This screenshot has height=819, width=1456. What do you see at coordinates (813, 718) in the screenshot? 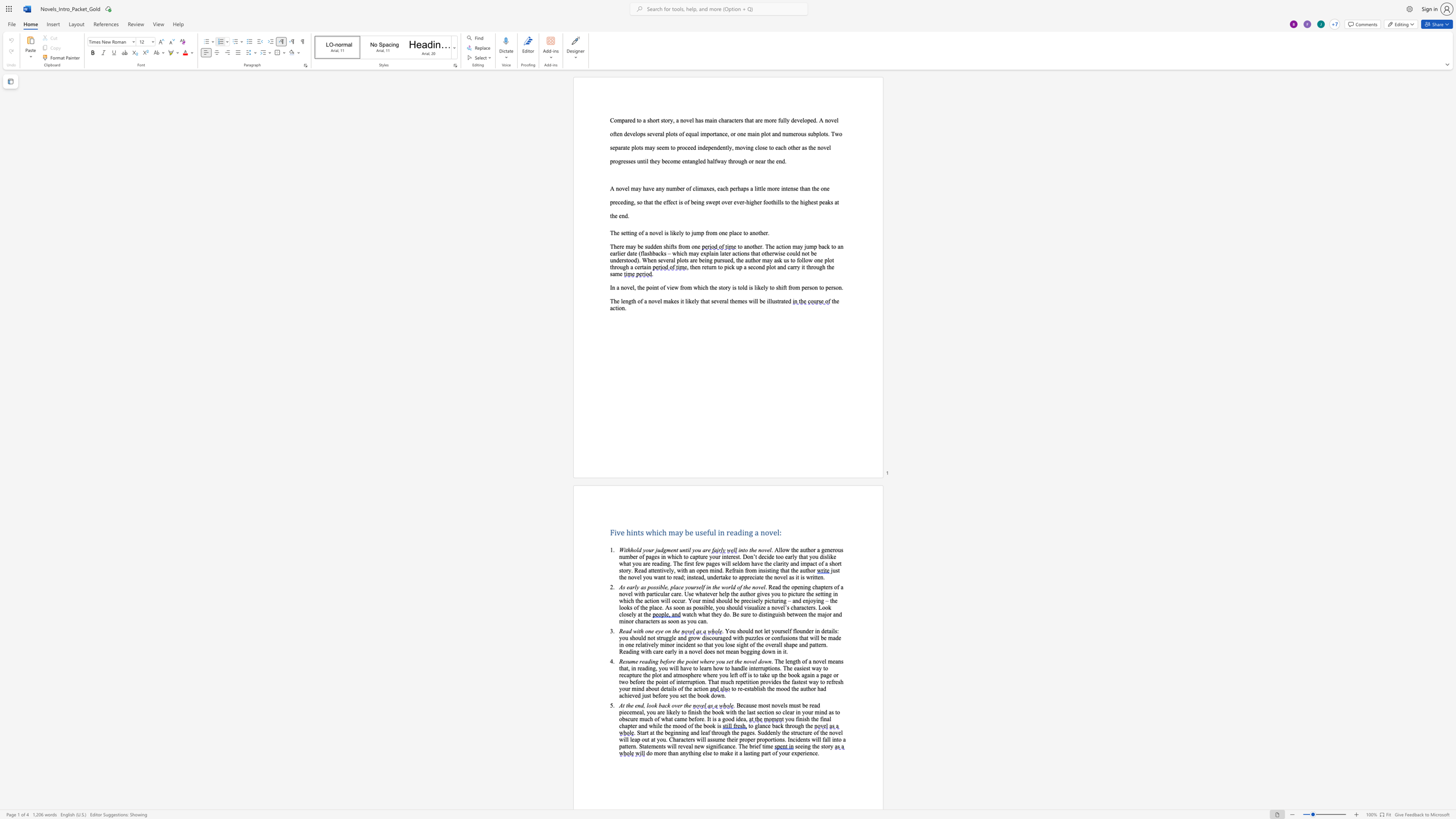
I see `the space between the continuous character "t" and "h" in the text` at bounding box center [813, 718].